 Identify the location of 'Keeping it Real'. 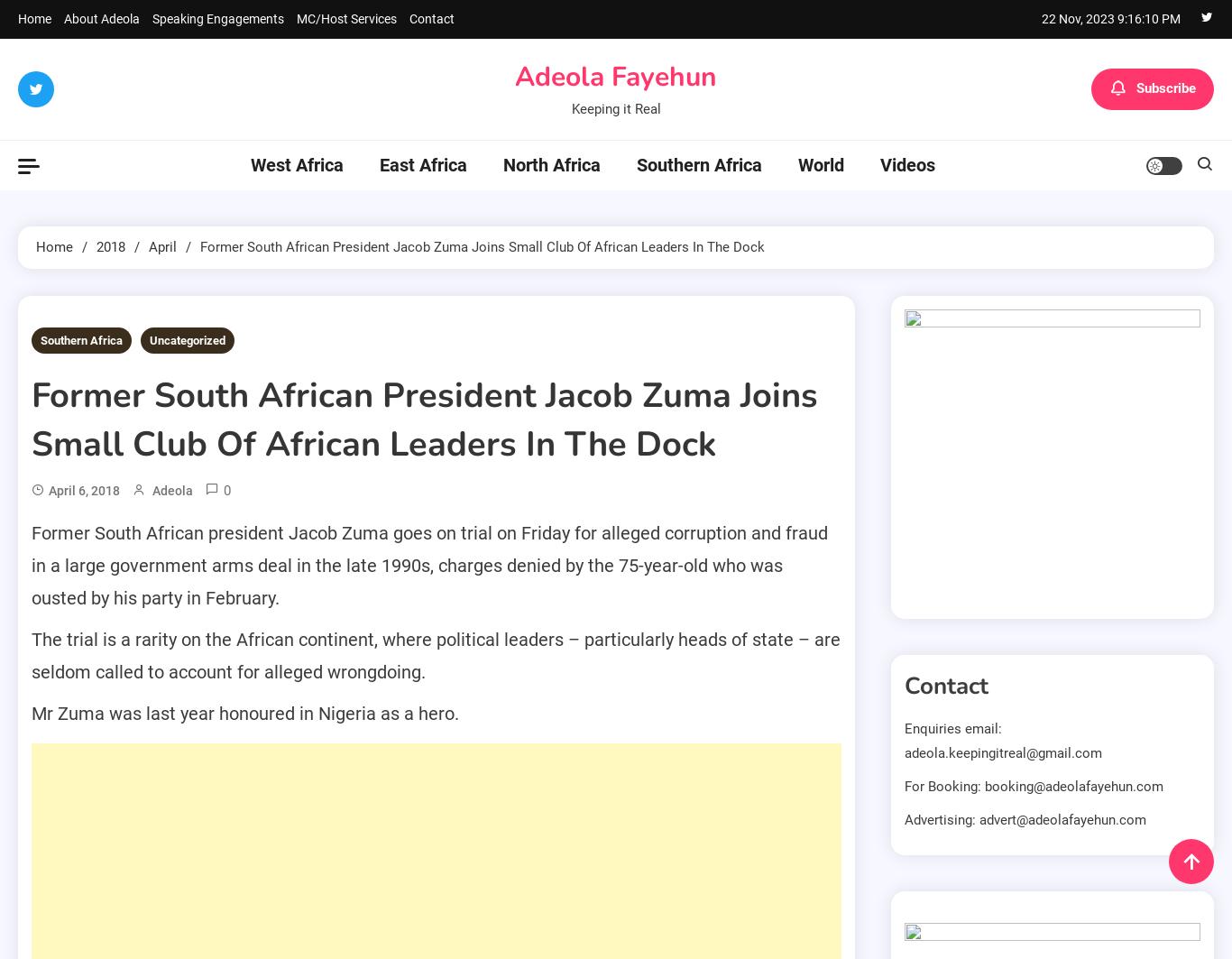
(614, 108).